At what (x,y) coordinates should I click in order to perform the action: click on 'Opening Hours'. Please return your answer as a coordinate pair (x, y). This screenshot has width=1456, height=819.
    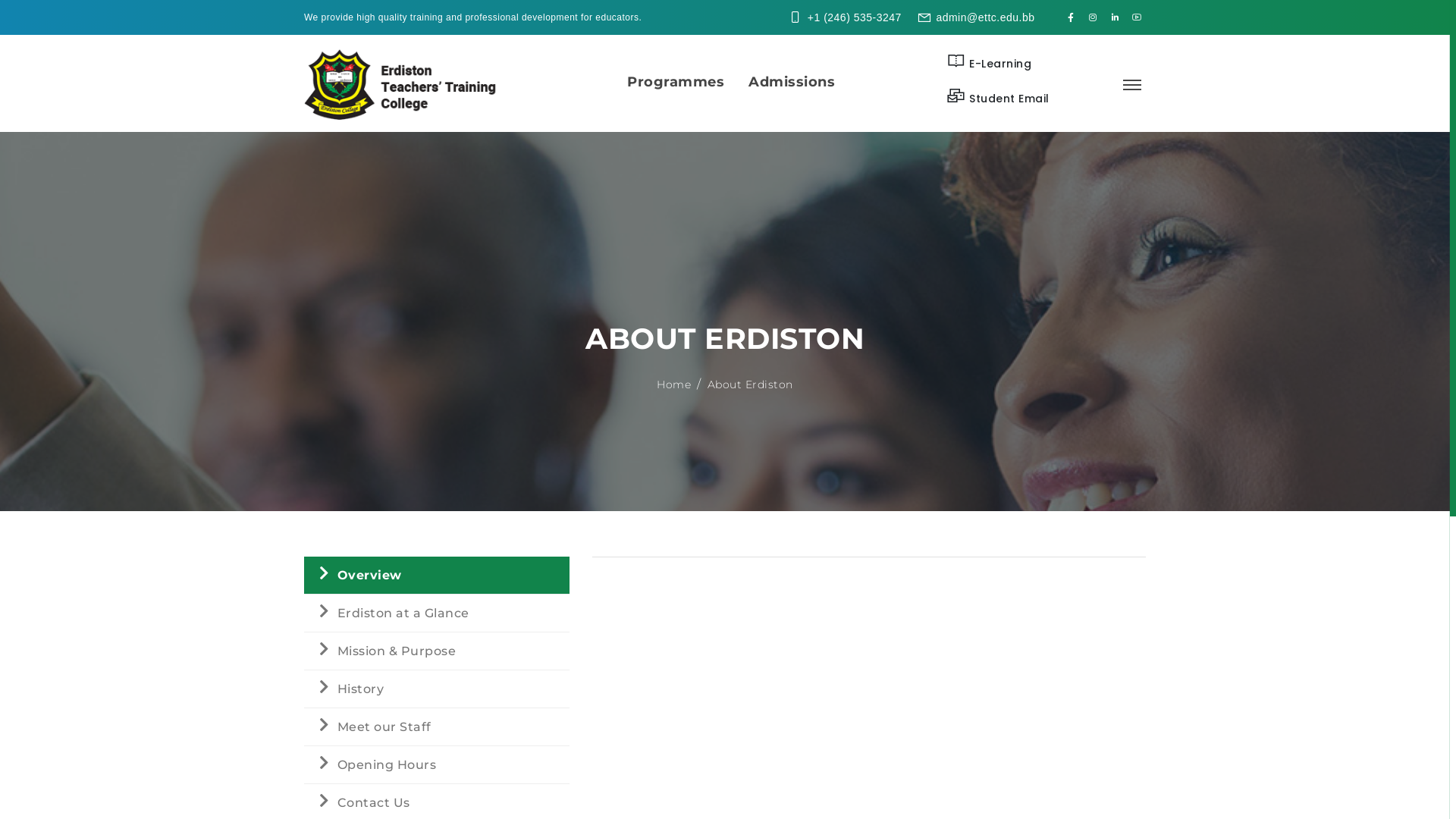
    Looking at the image, I should click on (436, 765).